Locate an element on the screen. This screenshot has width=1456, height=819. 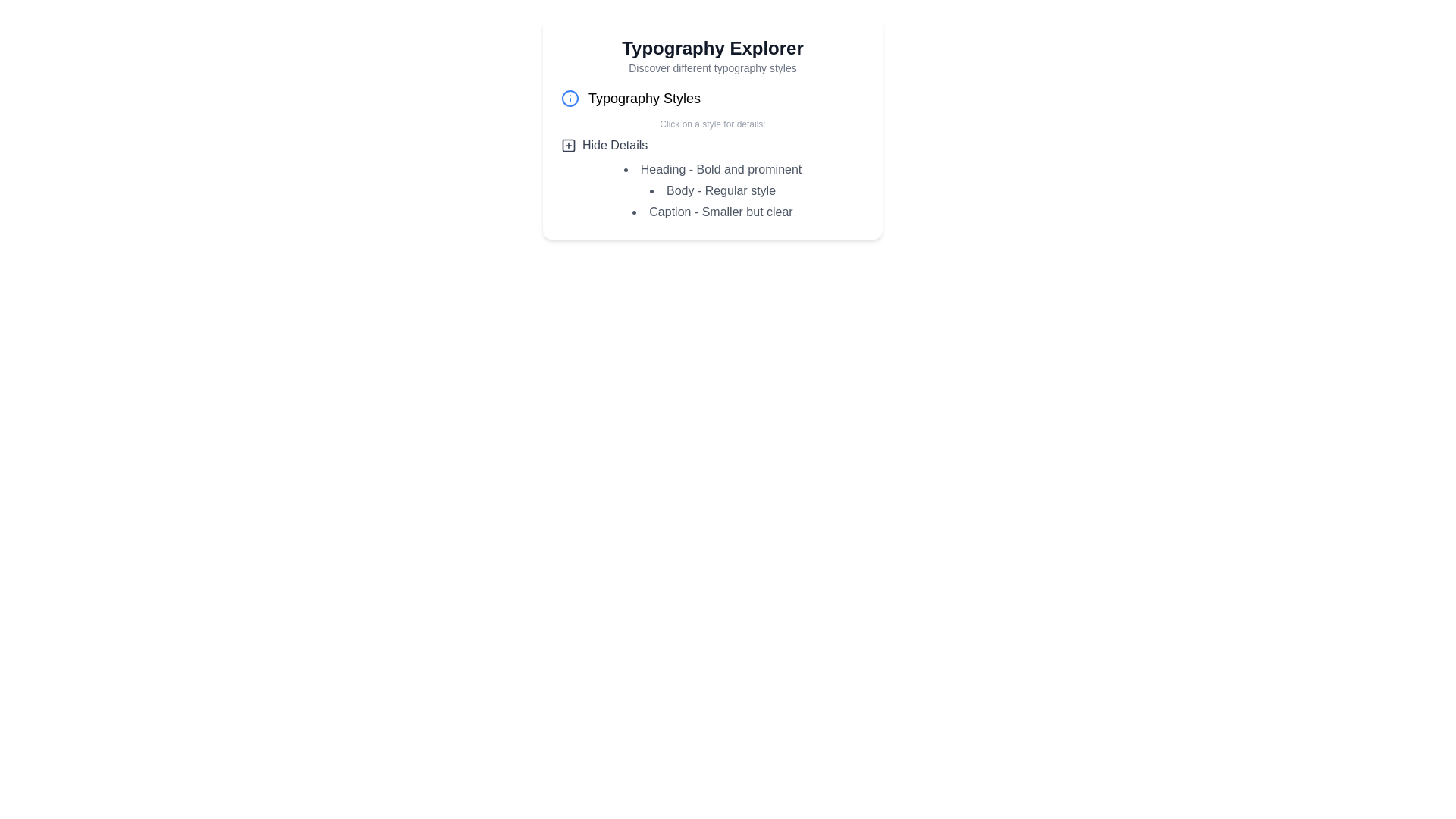
the Text group with bullet points element located below the 'Hide Details' label to initiate interaction is located at coordinates (712, 190).